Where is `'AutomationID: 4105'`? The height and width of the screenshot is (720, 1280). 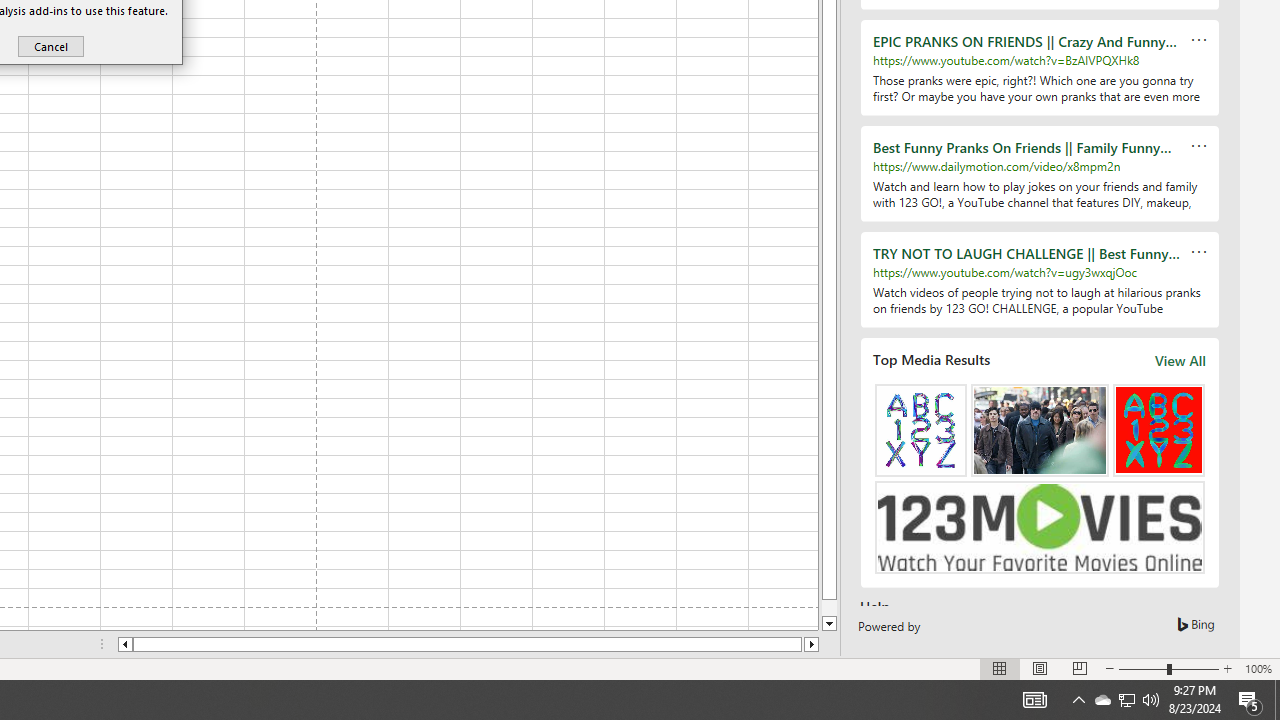 'AutomationID: 4105' is located at coordinates (1034, 698).